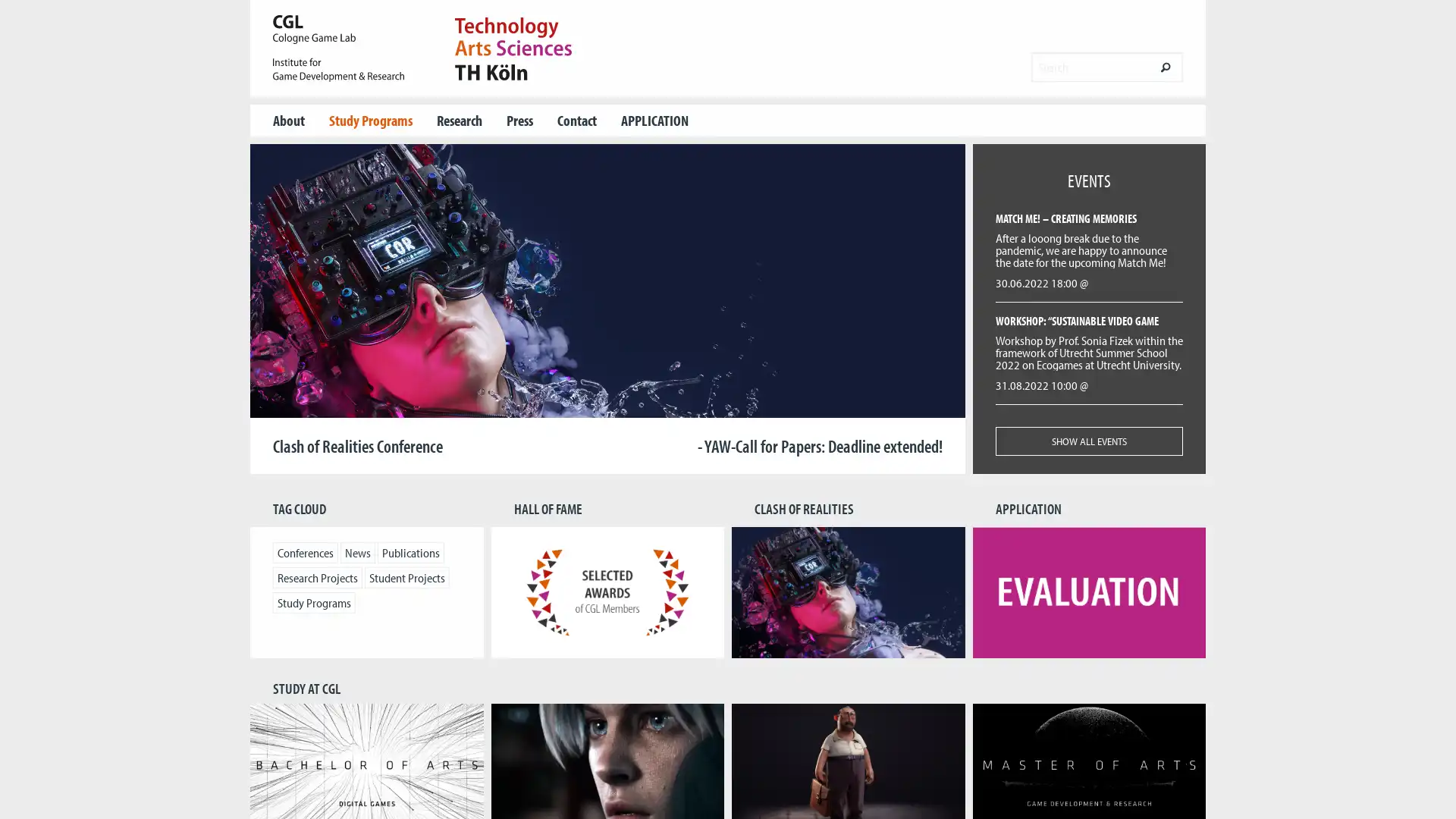  What do you see at coordinates (598, 405) in the screenshot?
I see `Obituary for Markus Hettlich` at bounding box center [598, 405].